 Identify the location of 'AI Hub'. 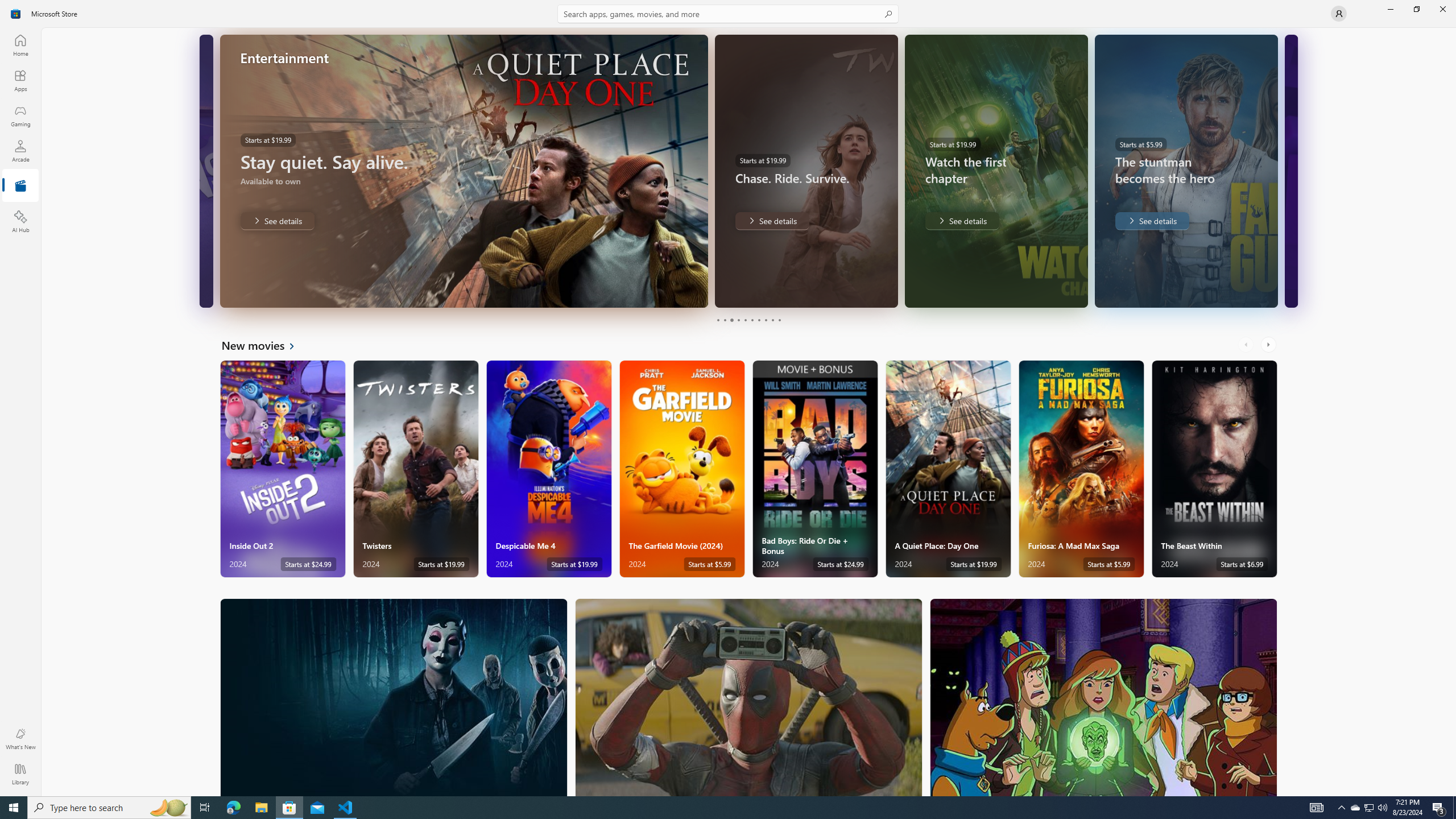
(19, 221).